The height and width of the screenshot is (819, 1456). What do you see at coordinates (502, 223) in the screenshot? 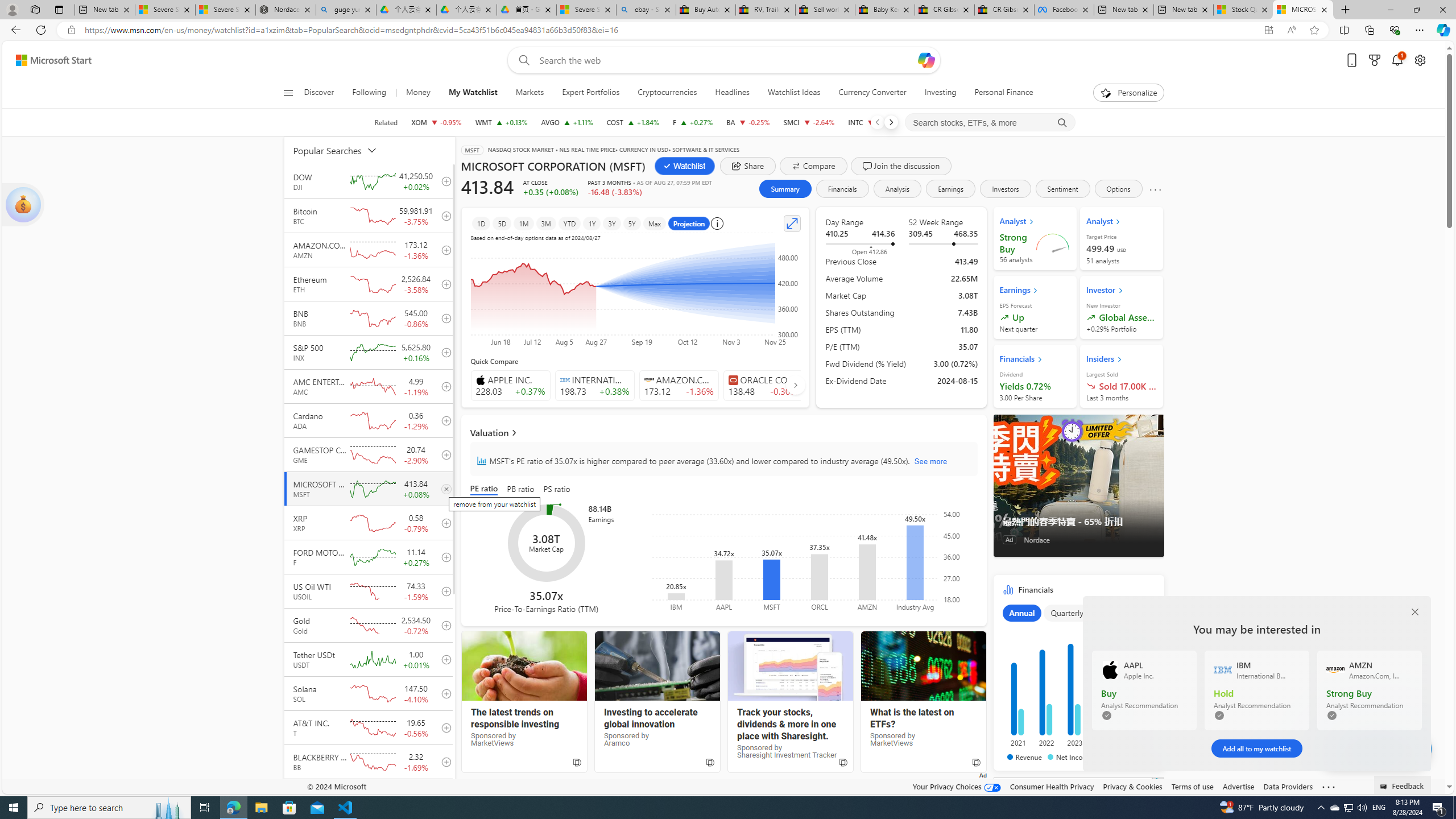
I see `'5D'` at bounding box center [502, 223].